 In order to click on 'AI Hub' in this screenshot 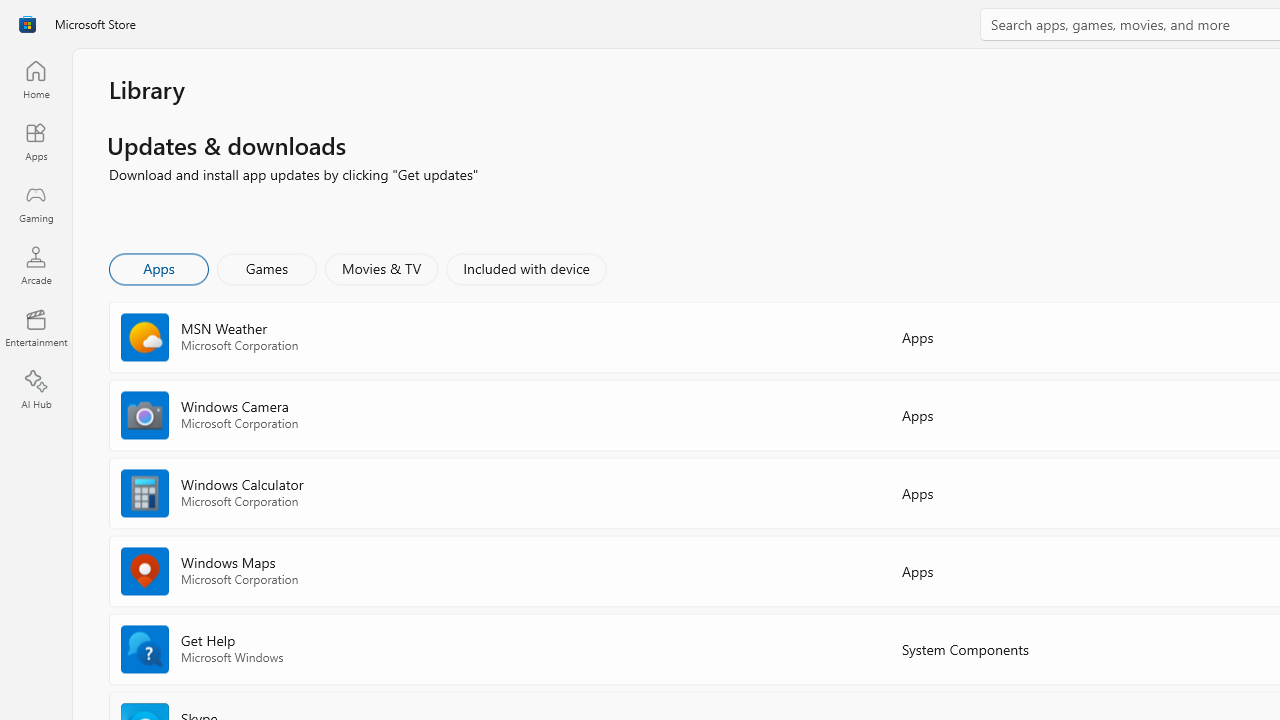, I will do `click(35, 390)`.